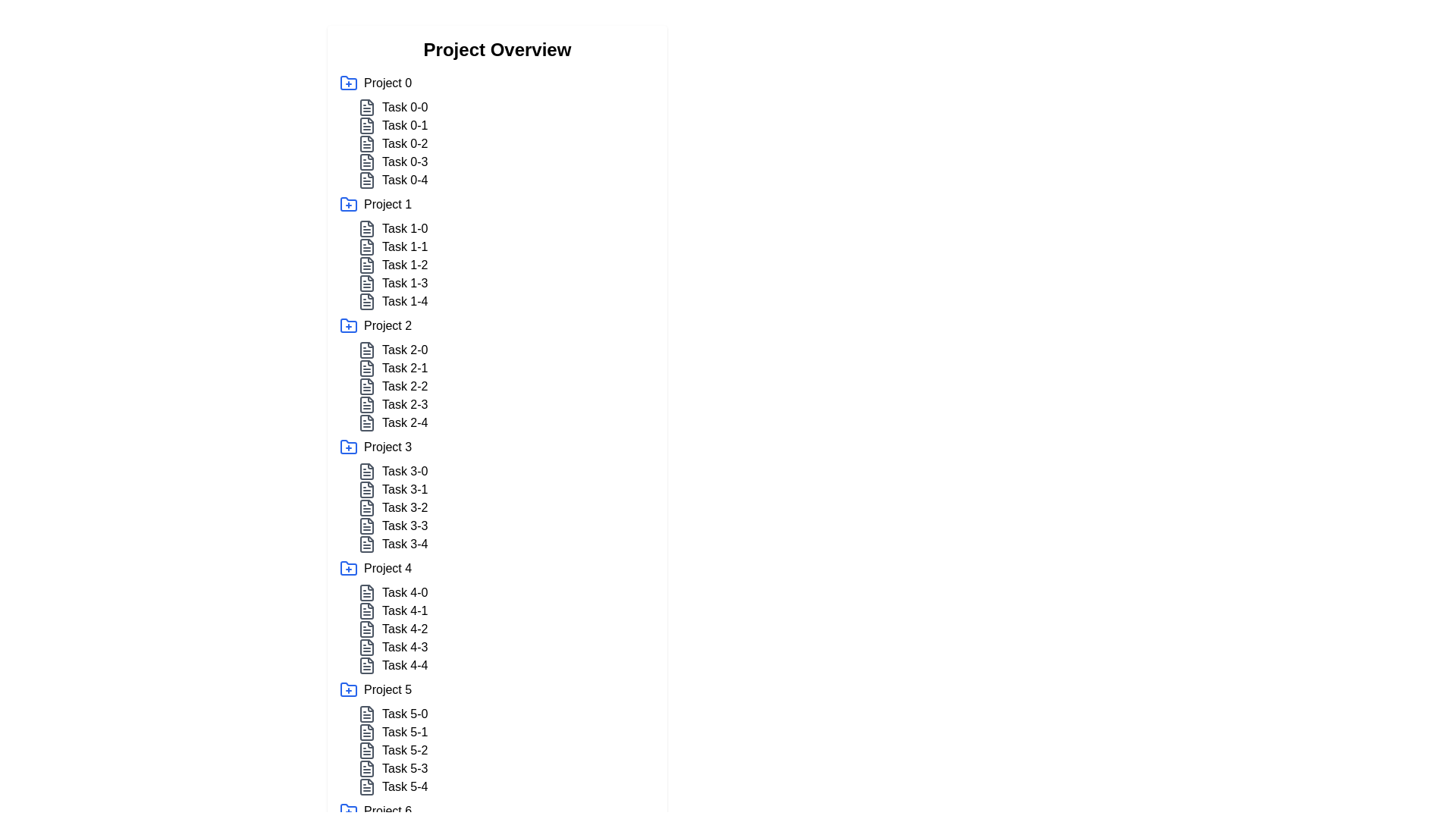 The height and width of the screenshot is (819, 1456). What do you see at coordinates (367, 665) in the screenshot?
I see `the file icon representing 'Task 4-4' located under 'Project 4' in the left-hand side hierarchical listing` at bounding box center [367, 665].